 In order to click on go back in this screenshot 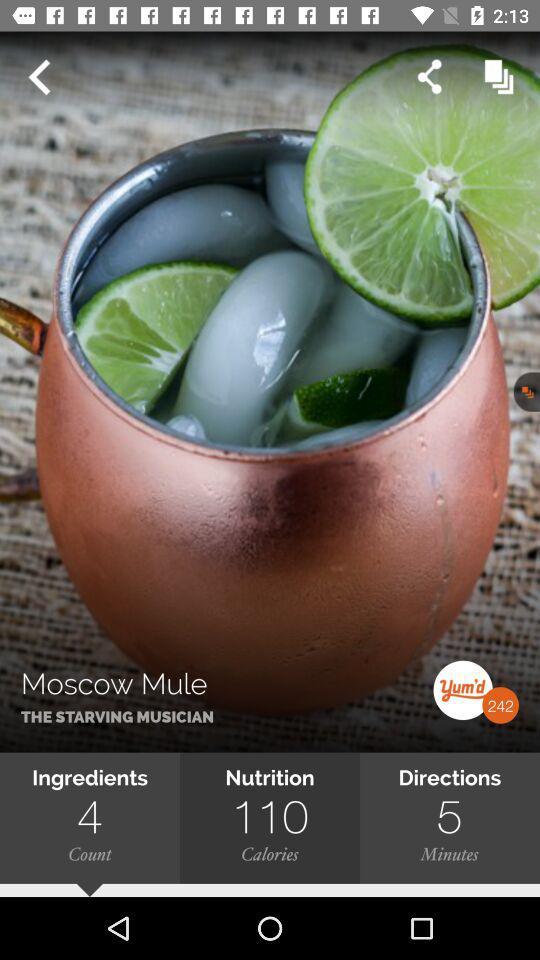, I will do `click(38, 77)`.